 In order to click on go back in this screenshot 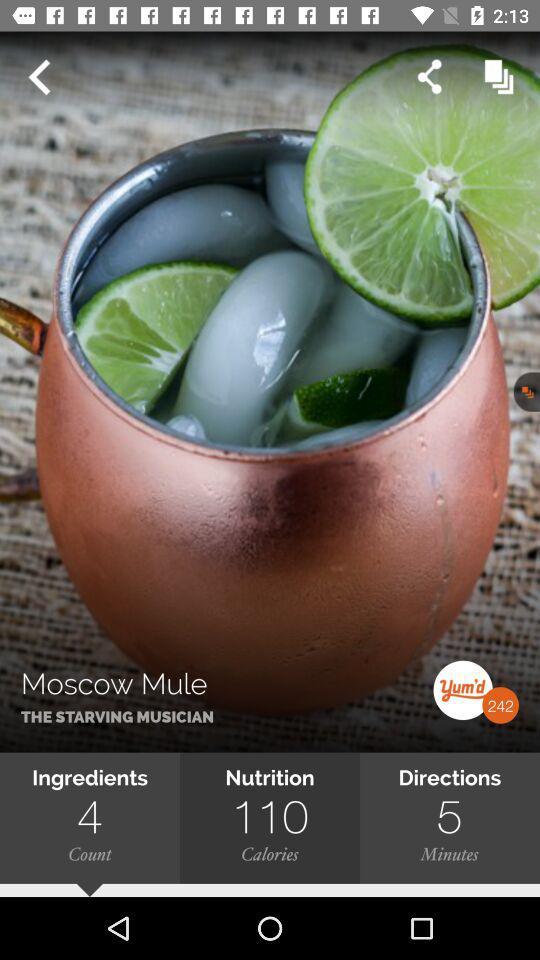, I will do `click(38, 77)`.